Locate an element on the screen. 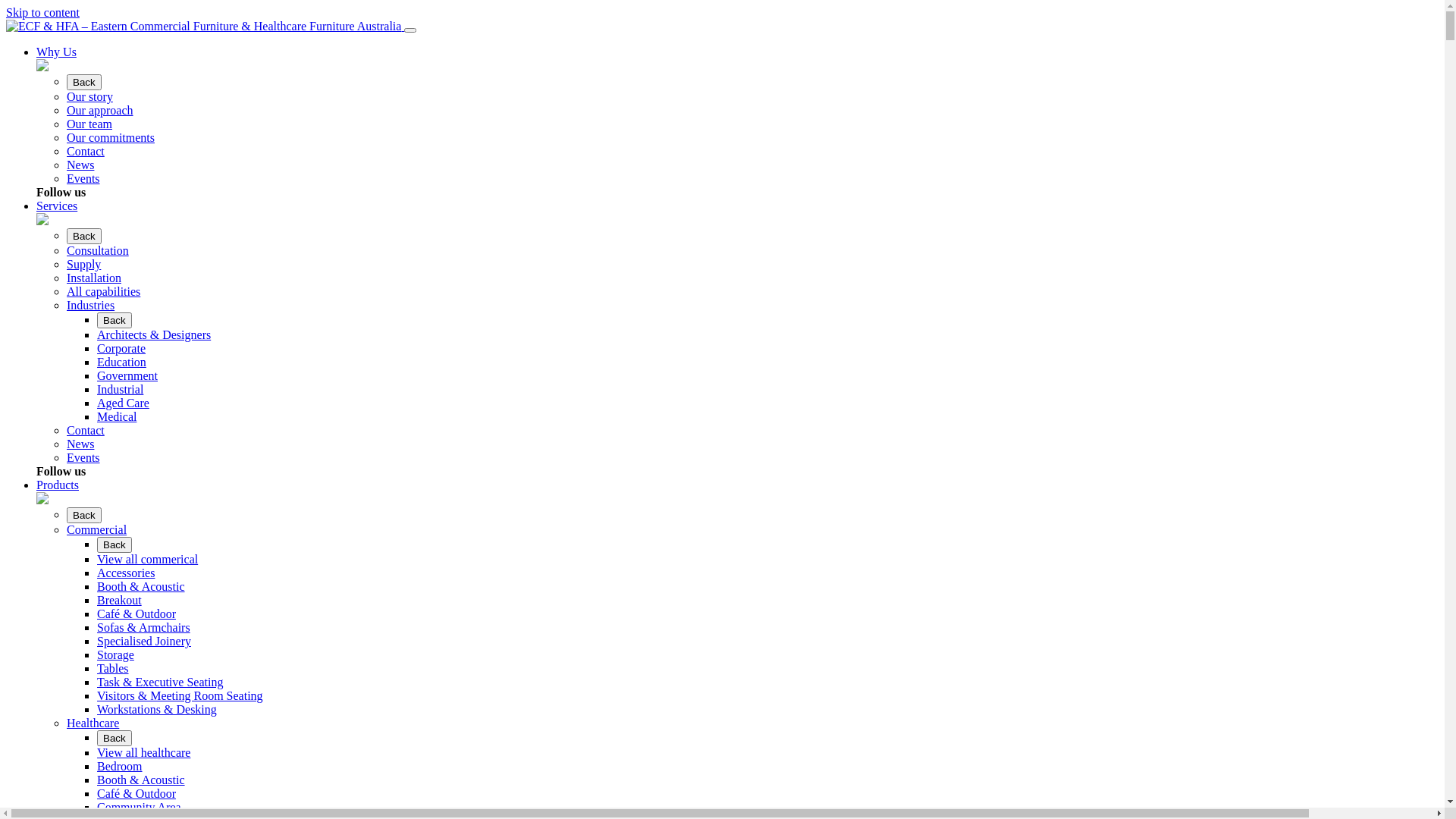  'Industrial' is located at coordinates (119, 388).